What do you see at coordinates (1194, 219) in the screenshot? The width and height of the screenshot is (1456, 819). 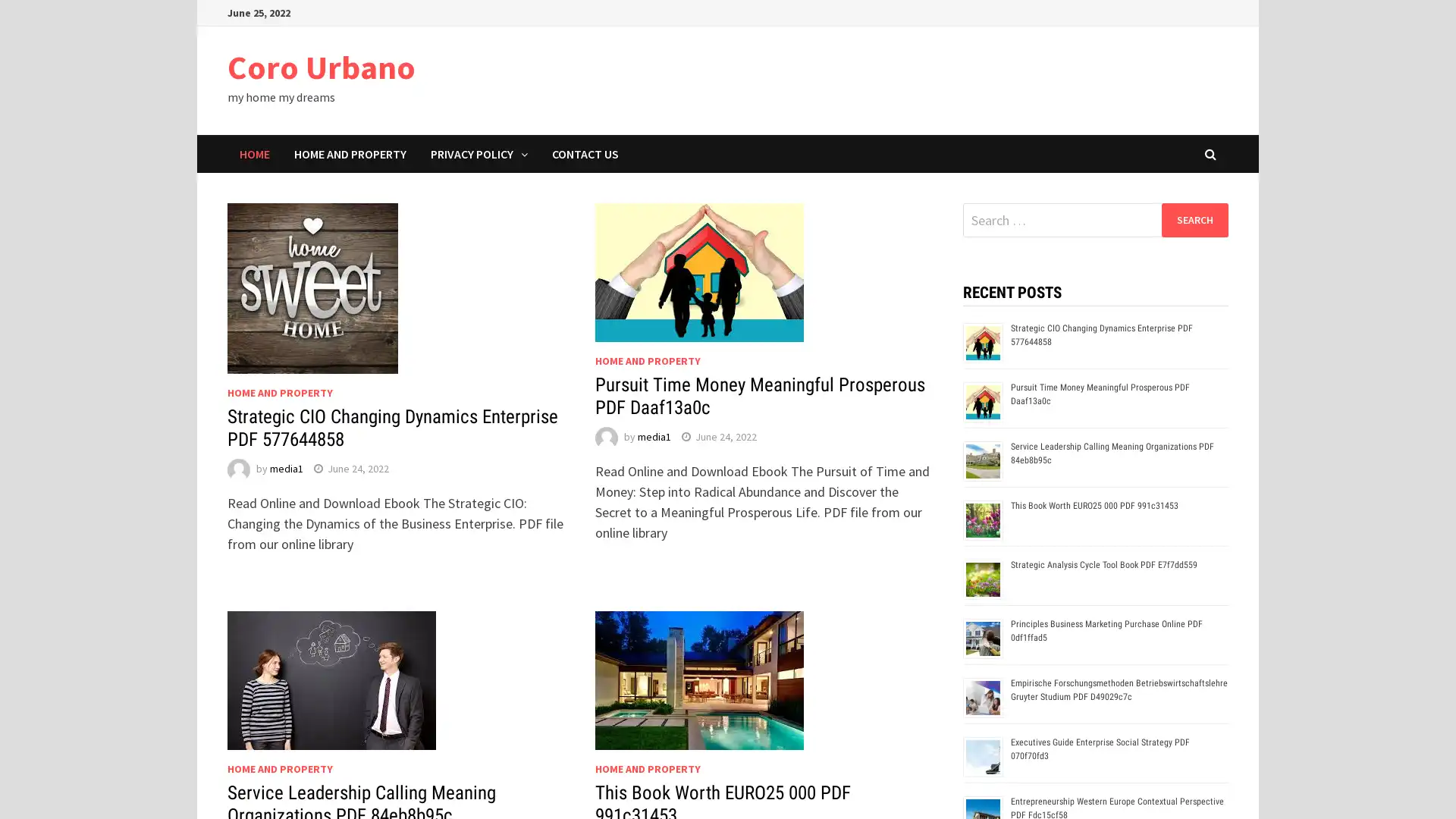 I see `Search` at bounding box center [1194, 219].